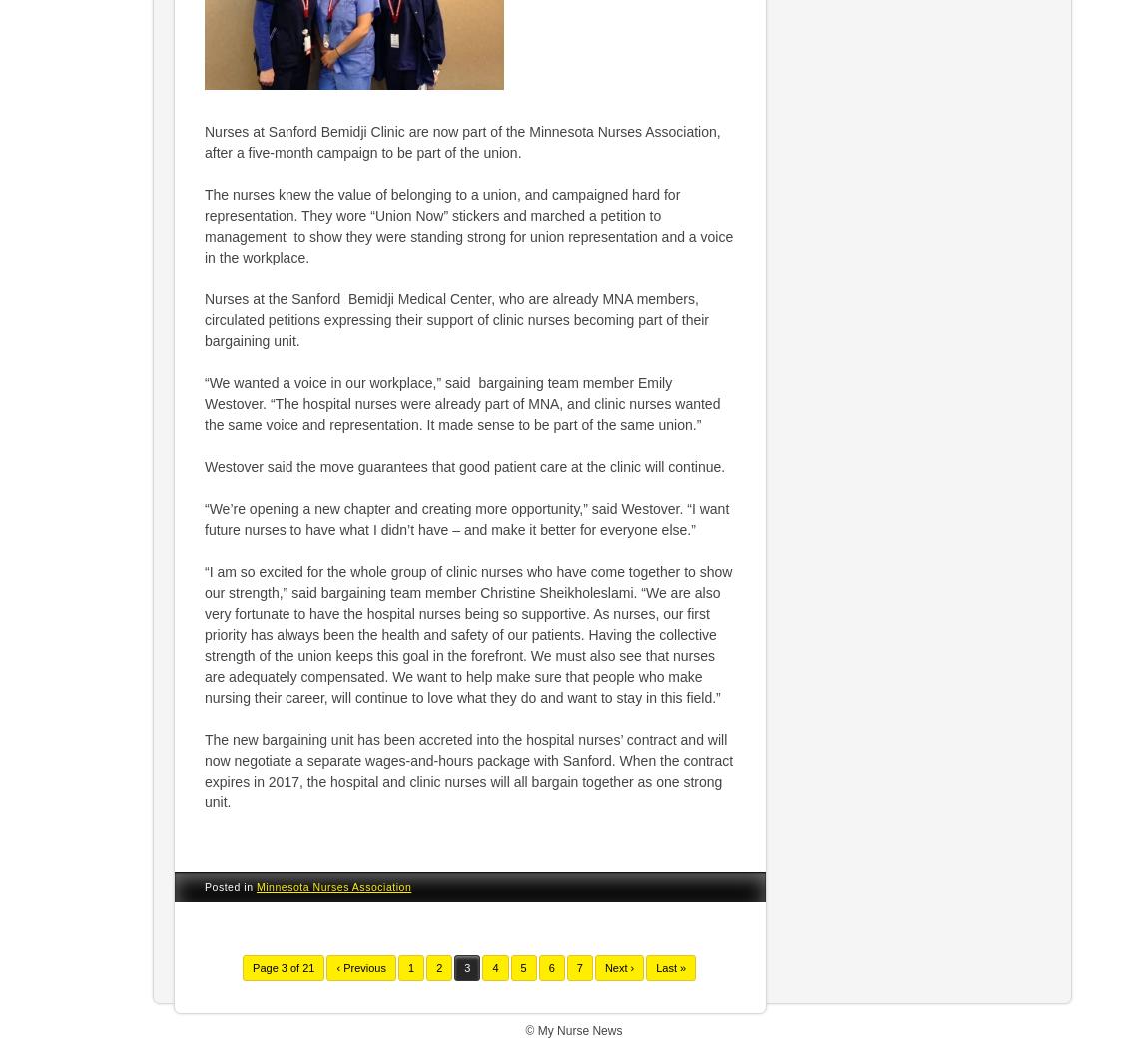 The width and height of the screenshot is (1148, 1055). Describe the element at coordinates (464, 465) in the screenshot. I see `'Westover said the move guarantees that good patient care at the clinic will continue.'` at that location.